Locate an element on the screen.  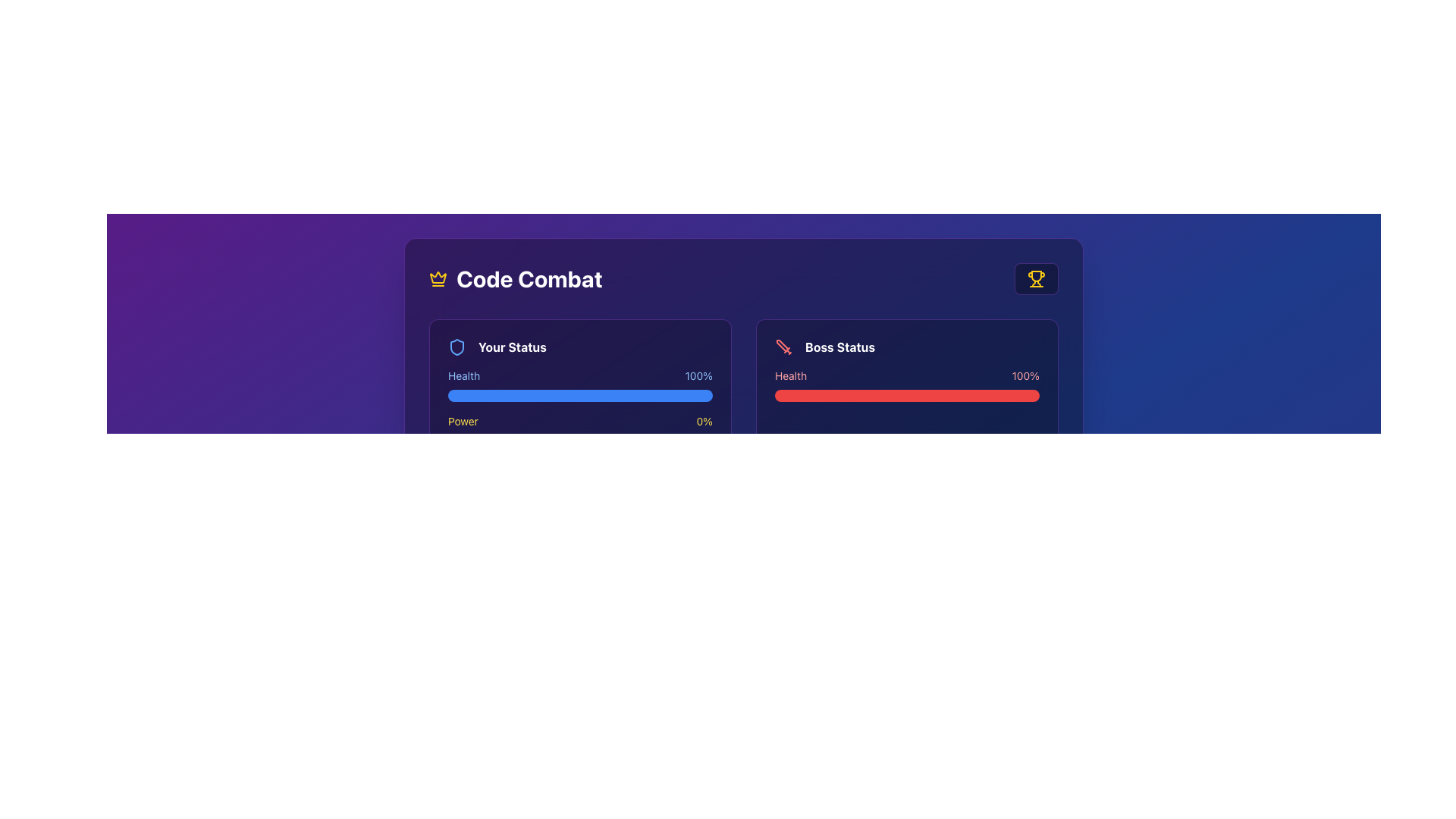
the combat/aggression icon located in the 'Boss Status' section, positioned immediately to the left of the text 'Boss Status' is located at coordinates (783, 347).